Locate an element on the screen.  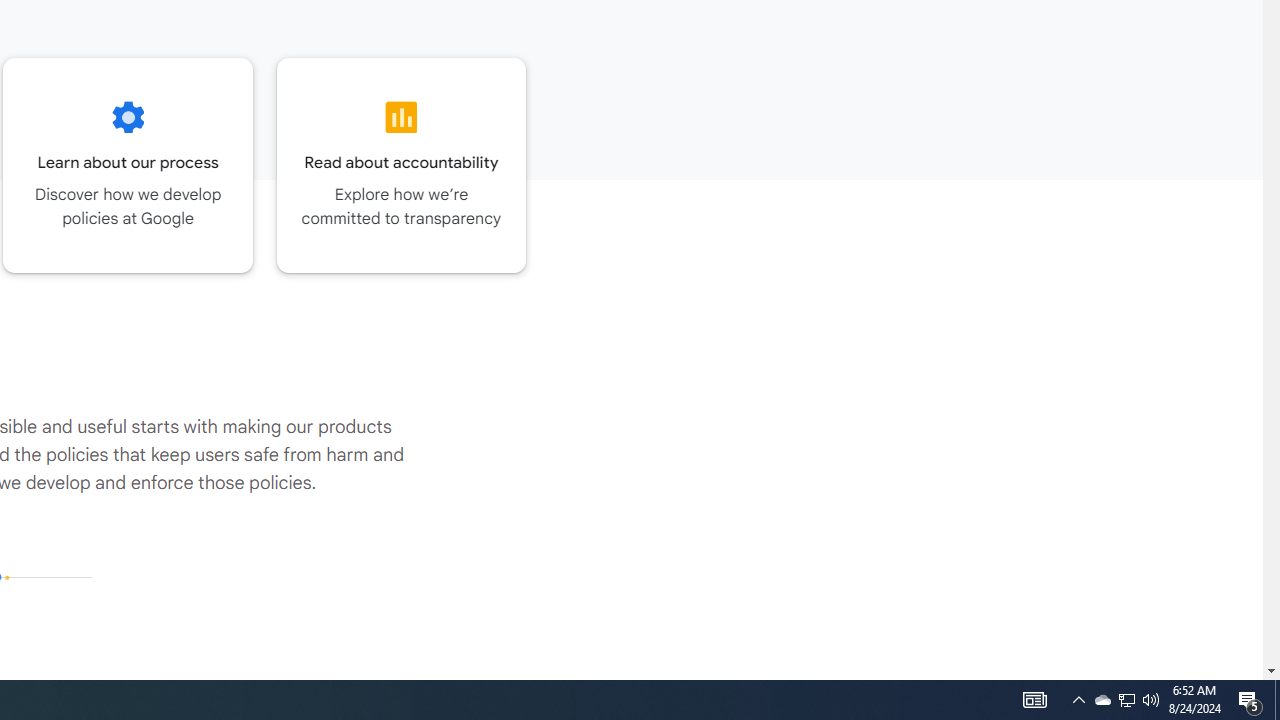
'Go to the Accountability page' is located at coordinates (400, 164).